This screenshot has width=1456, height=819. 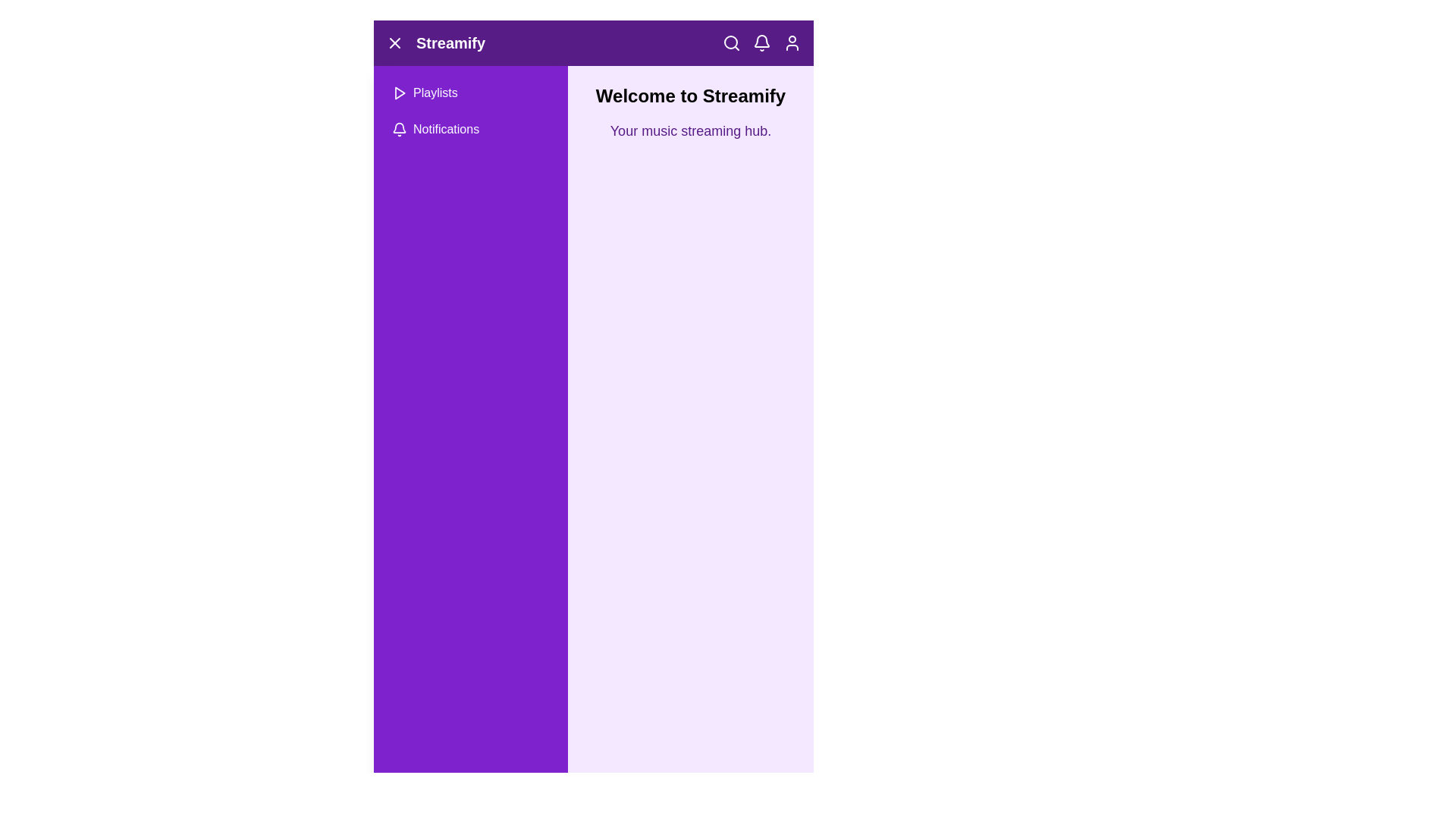 I want to click on the SVG Circle that is part of the magnifying glass icon located in the top-right corner of the navigation bar, to the left of the bell icon, so click(x=731, y=42).